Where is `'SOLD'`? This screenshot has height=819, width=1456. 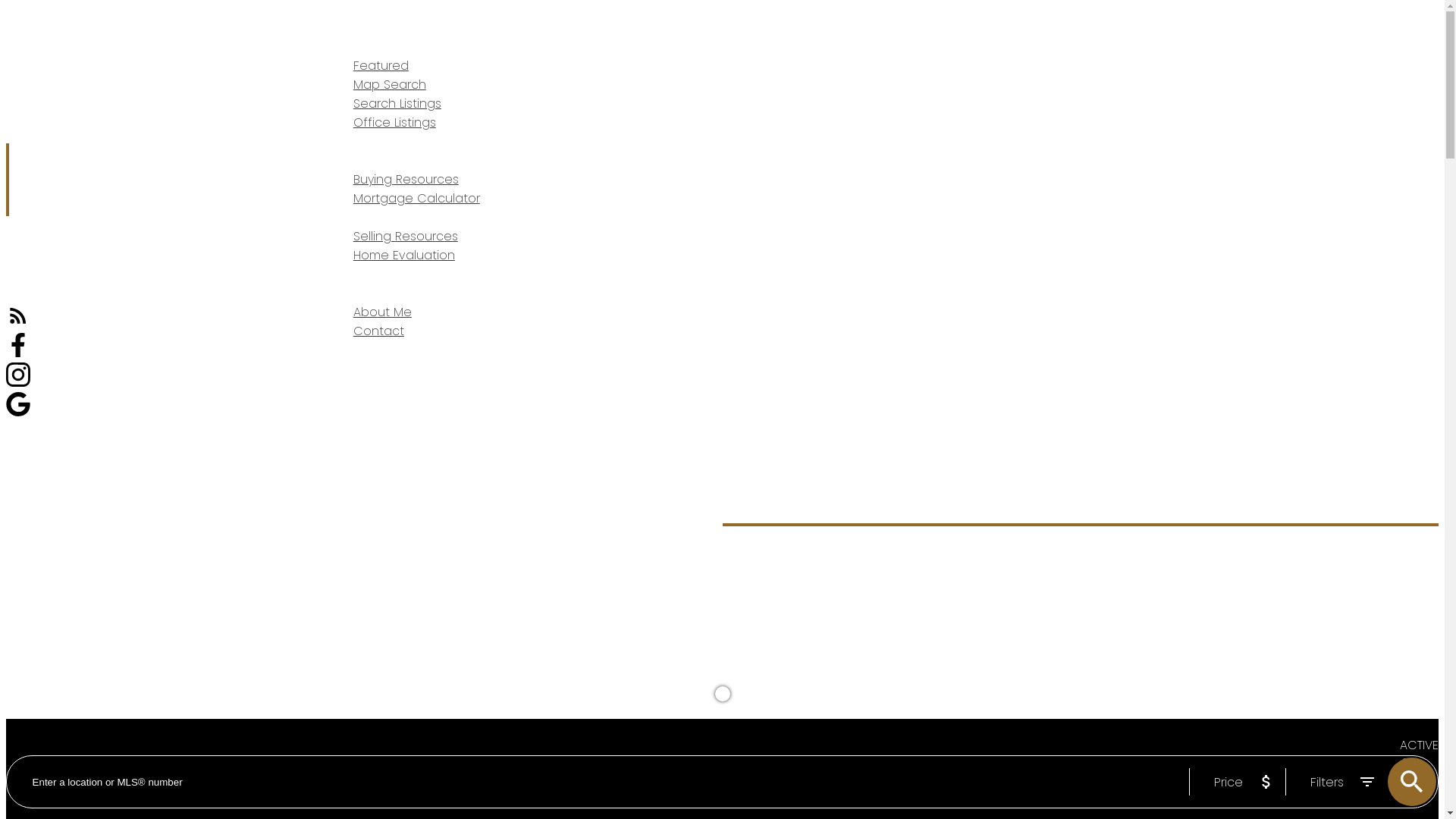
'SOLD' is located at coordinates (1418, 783).